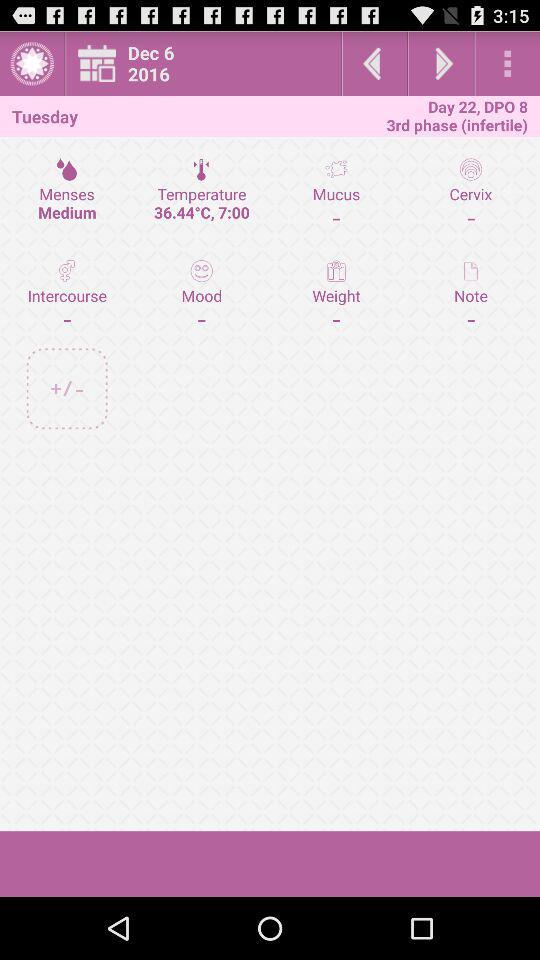  What do you see at coordinates (470, 293) in the screenshot?
I see `note` at bounding box center [470, 293].